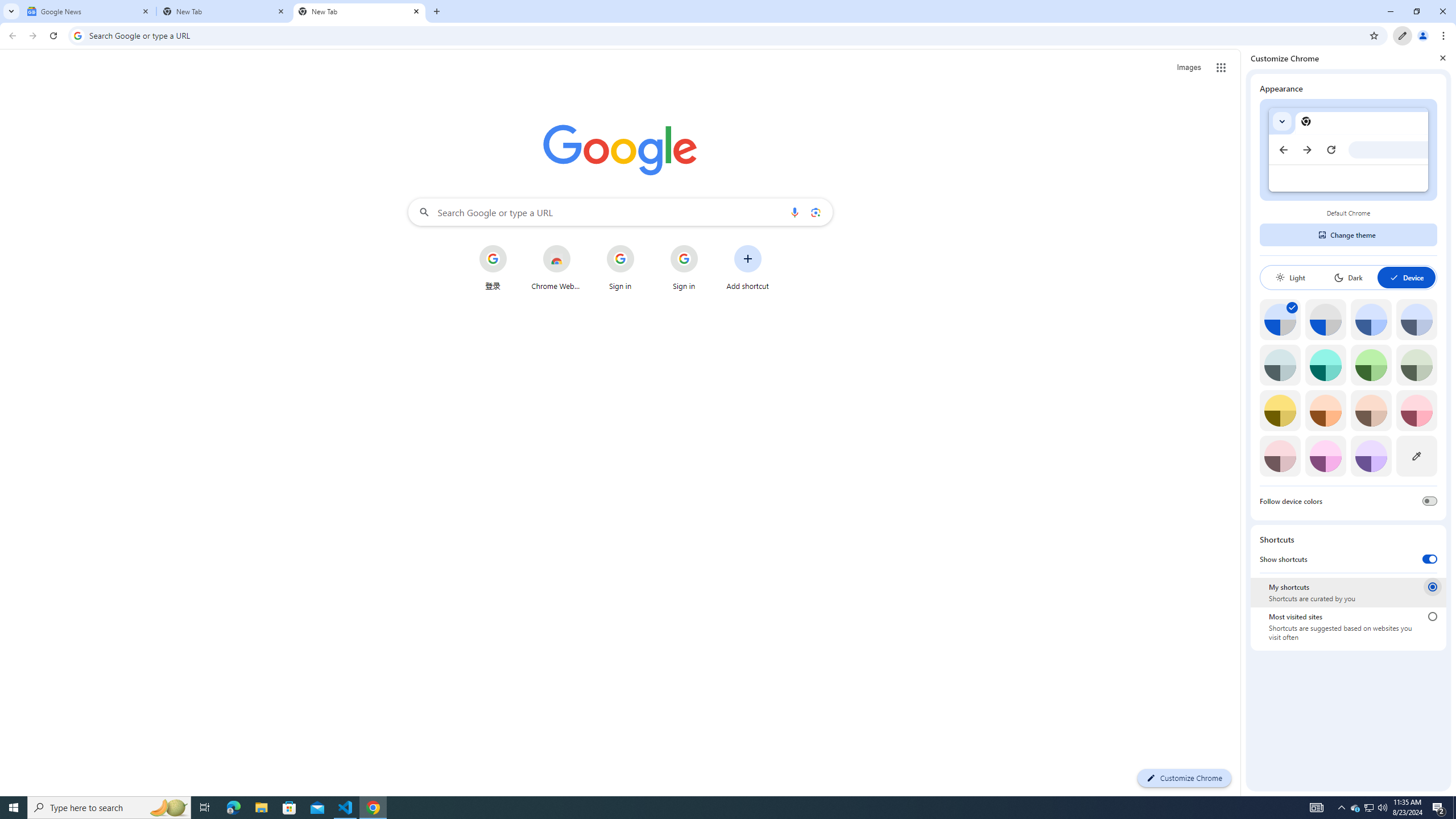 This screenshot has height=819, width=1456. What do you see at coordinates (1405, 277) in the screenshot?
I see `'Device'` at bounding box center [1405, 277].